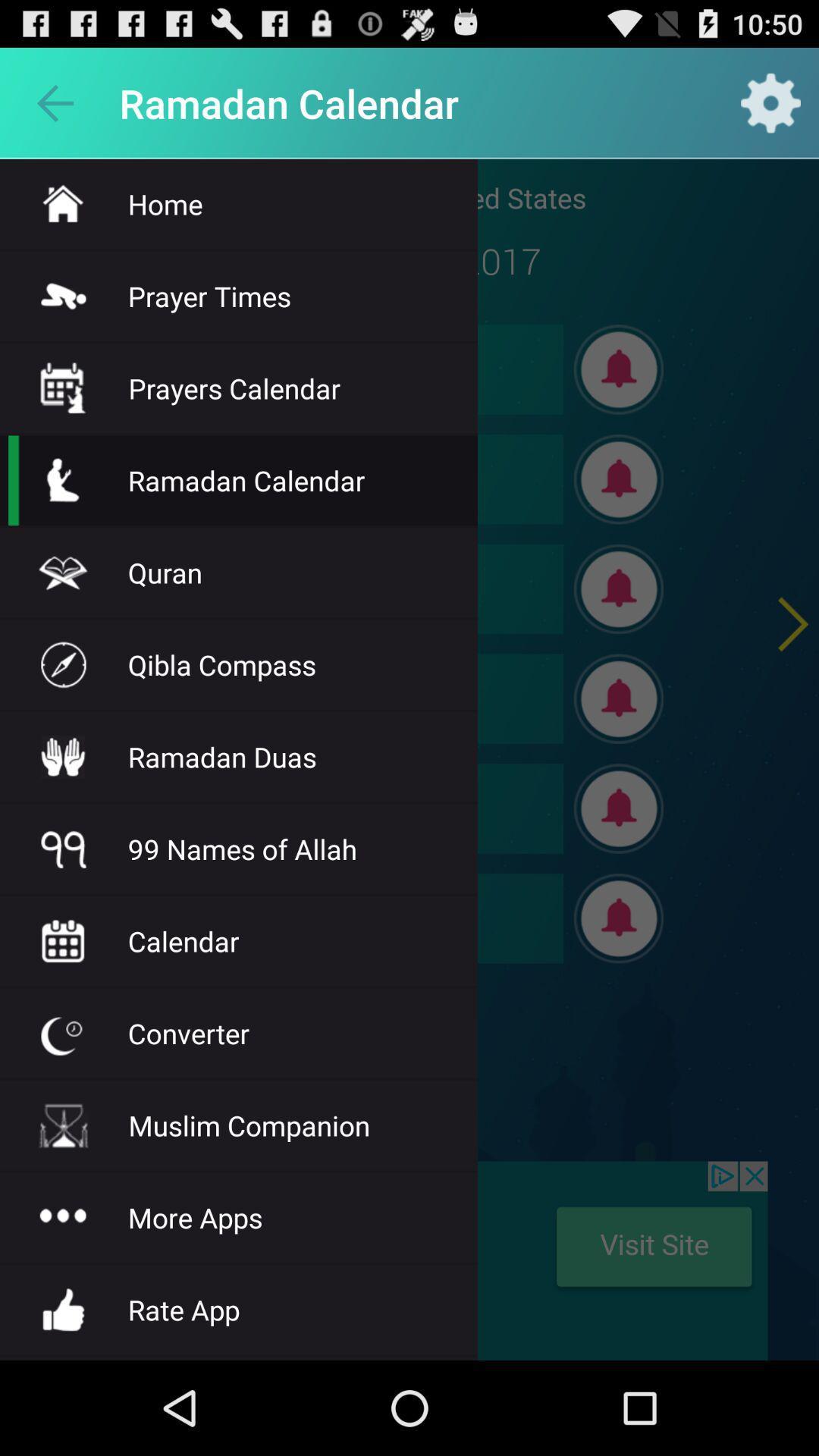  What do you see at coordinates (619, 395) in the screenshot?
I see `the notifications icon` at bounding box center [619, 395].